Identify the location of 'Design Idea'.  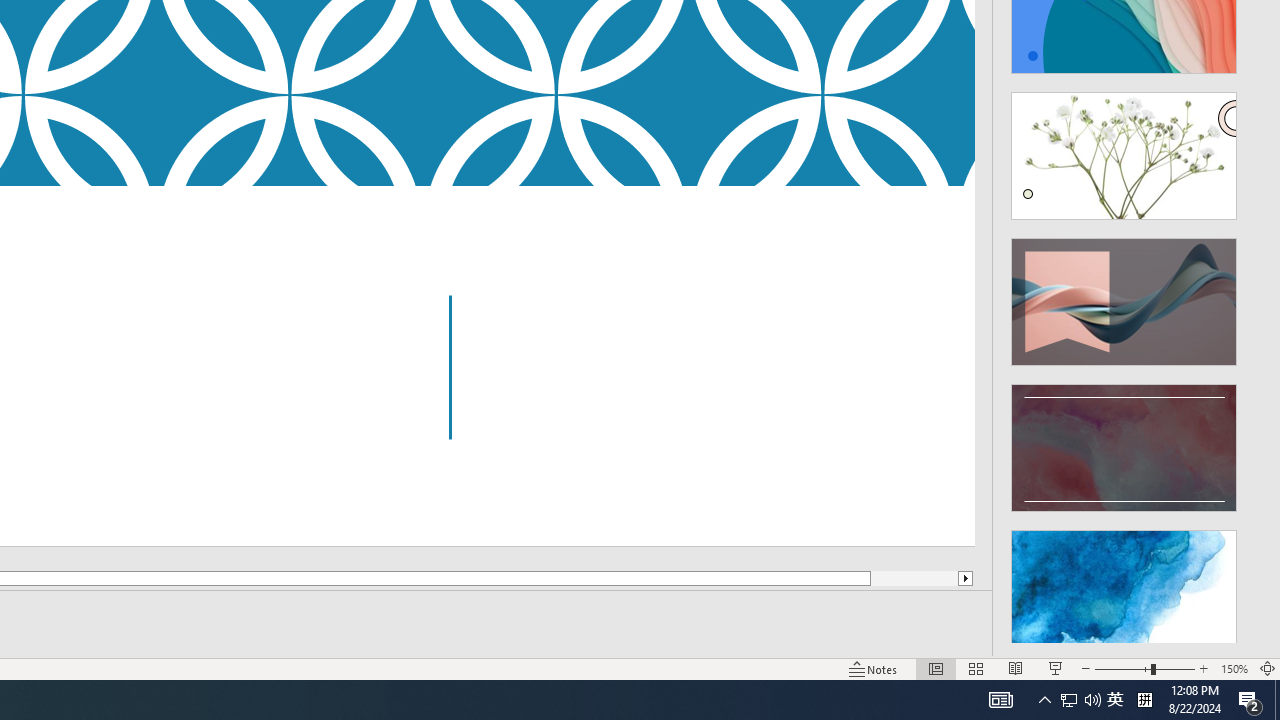
(1124, 586).